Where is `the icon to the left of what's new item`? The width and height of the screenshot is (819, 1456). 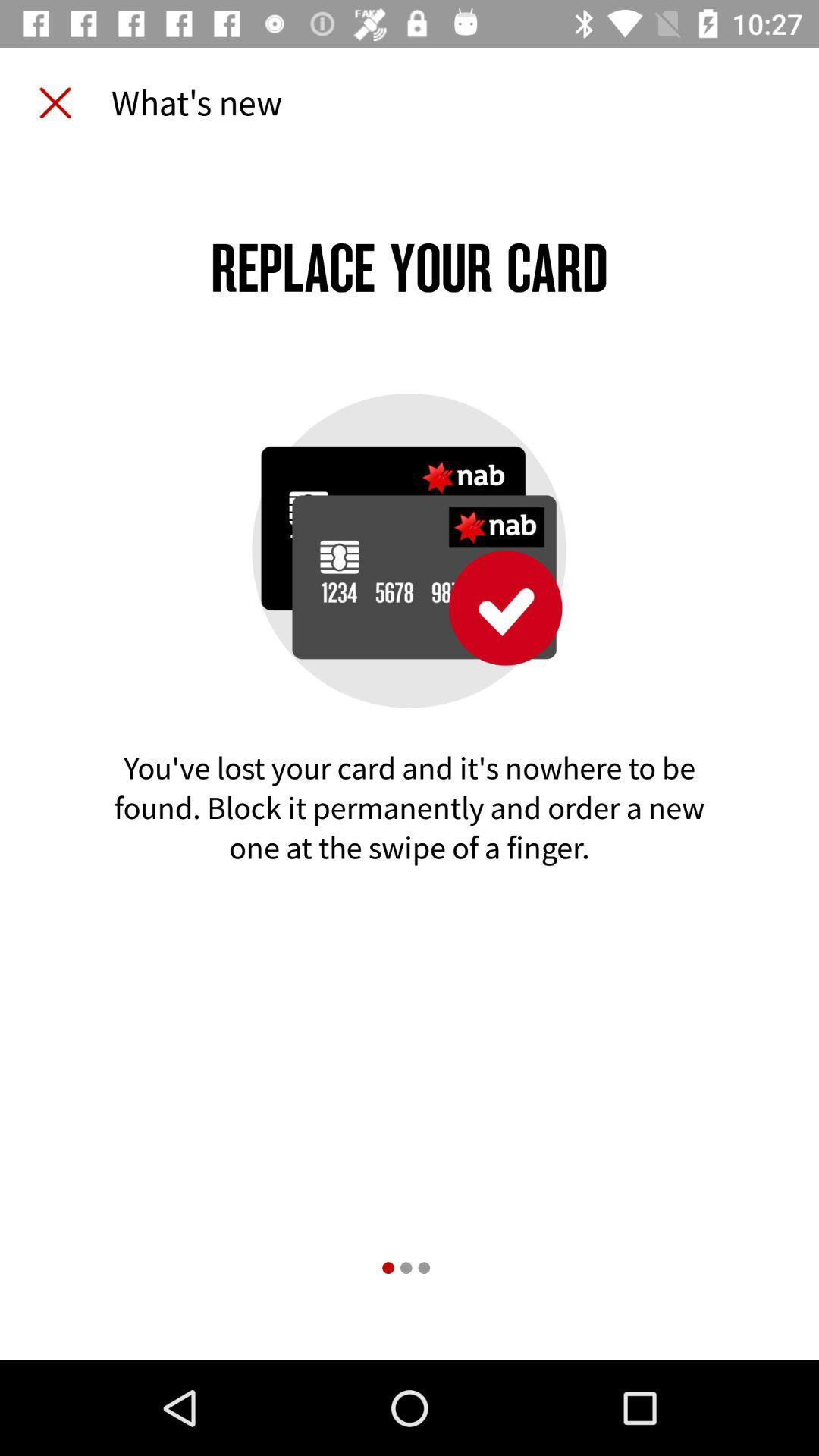
the icon to the left of what's new item is located at coordinates (55, 102).